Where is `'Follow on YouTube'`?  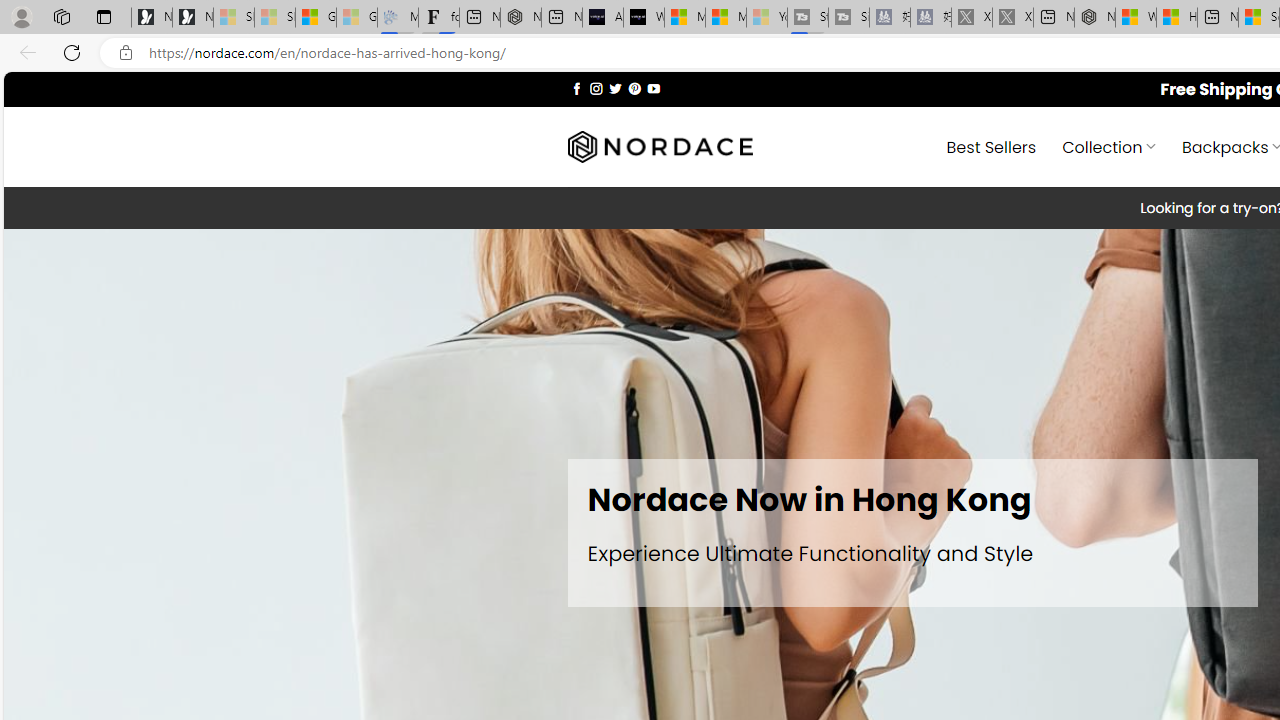 'Follow on YouTube' is located at coordinates (653, 87).